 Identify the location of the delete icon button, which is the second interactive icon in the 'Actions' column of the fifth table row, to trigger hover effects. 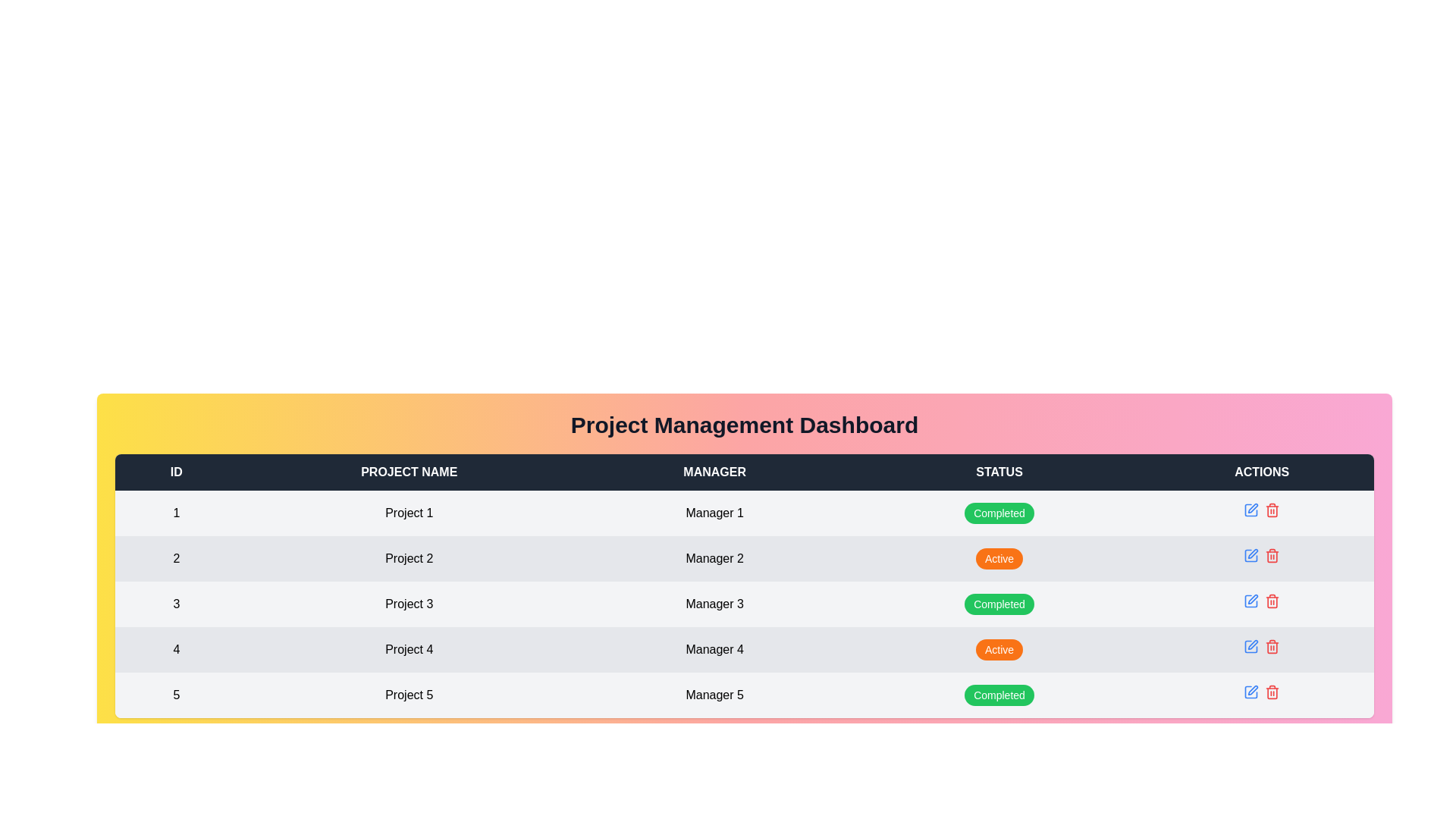
(1272, 692).